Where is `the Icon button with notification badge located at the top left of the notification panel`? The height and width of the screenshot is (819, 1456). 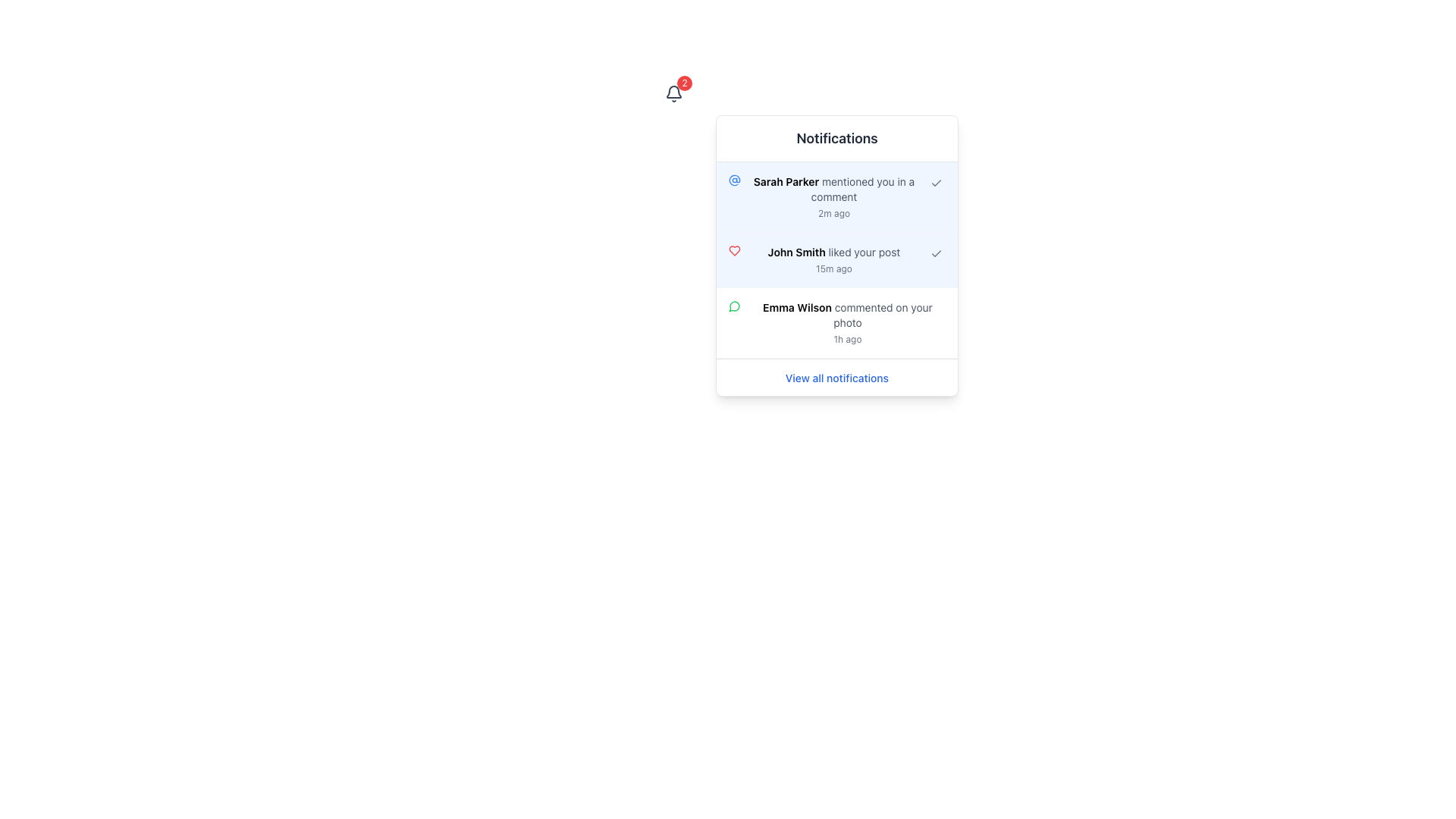 the Icon button with notification badge located at the top left of the notification panel is located at coordinates (673, 93).